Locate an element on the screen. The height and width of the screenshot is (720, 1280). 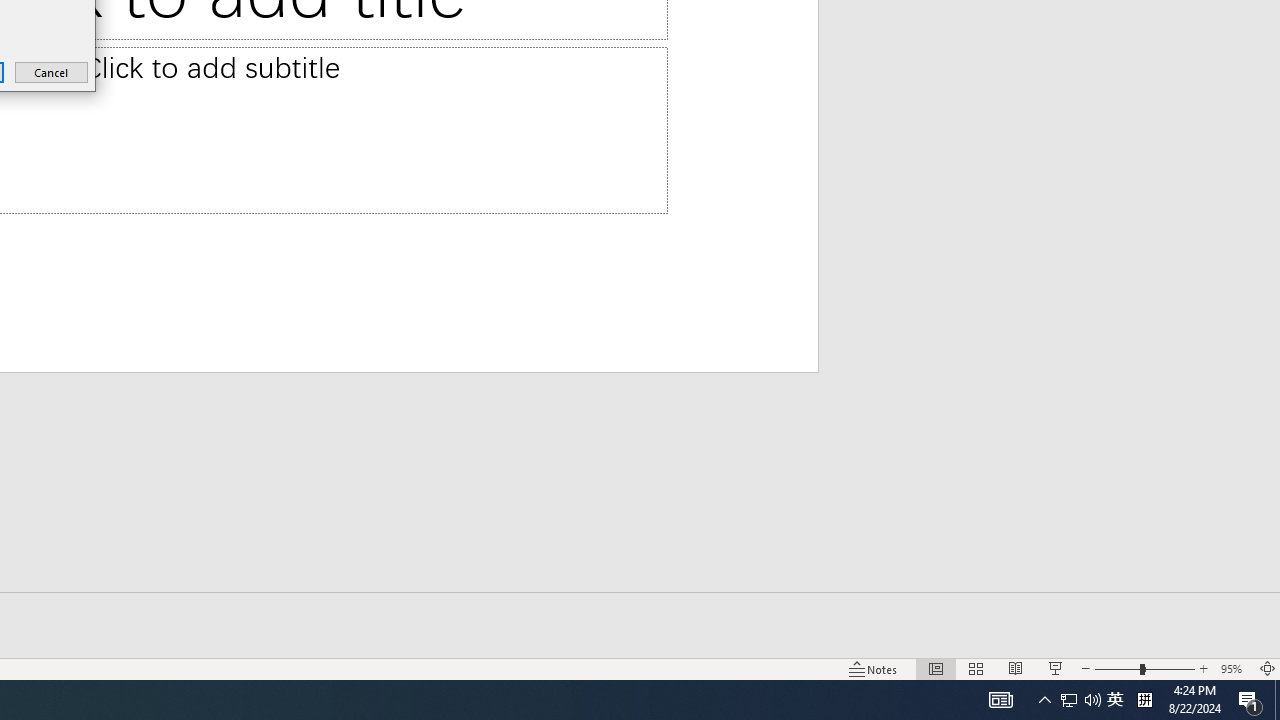
'Zoom 95%' is located at coordinates (1233, 669).